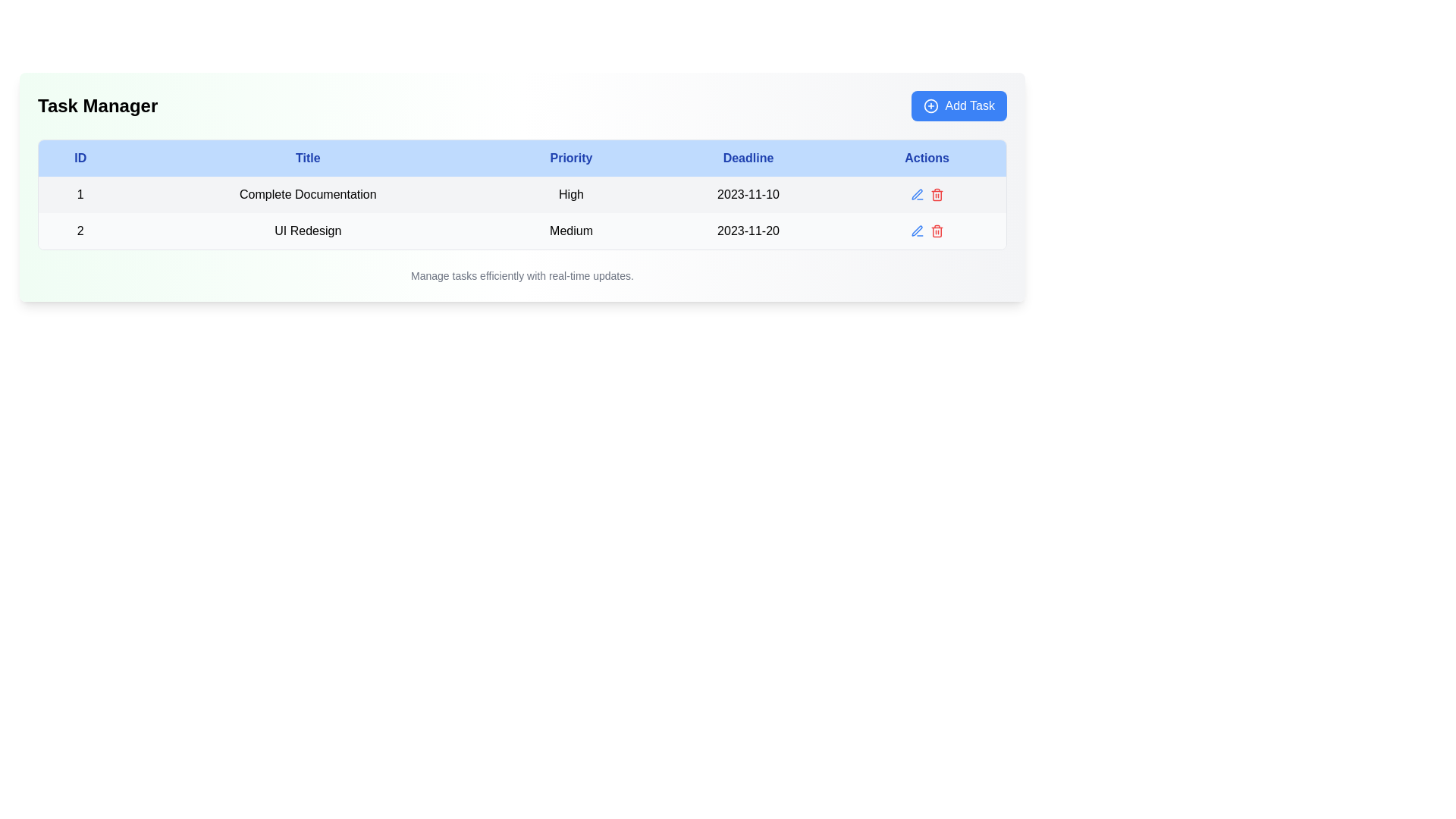 The height and width of the screenshot is (819, 1456). What do you see at coordinates (522, 231) in the screenshot?
I see `the second table row displaying '2', 'UI Redesign', 'Medium', and '2023-11-20'` at bounding box center [522, 231].